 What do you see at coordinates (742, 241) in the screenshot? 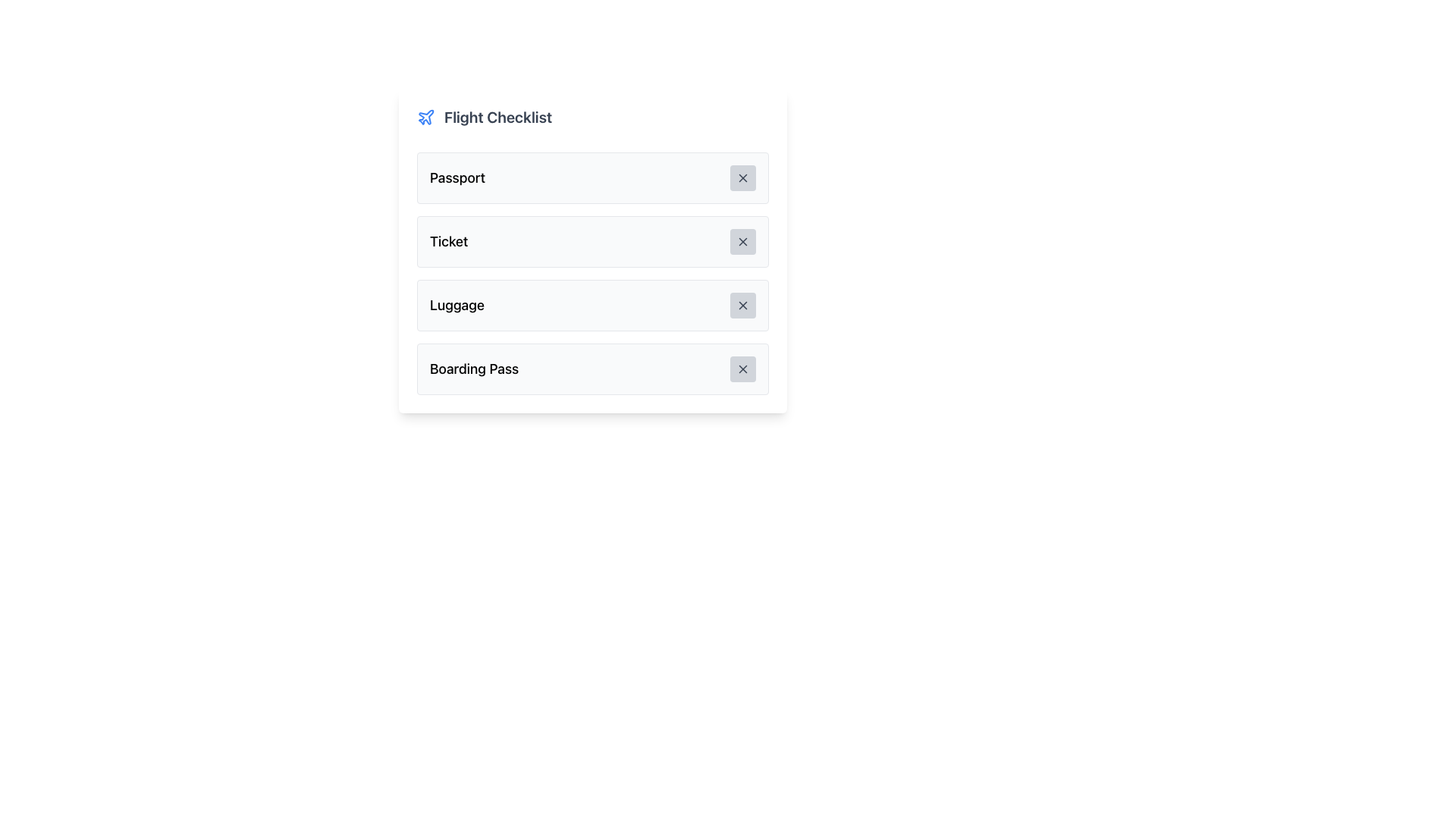
I see `the delete icon located at the far-right of the 'Ticket' row in the 'Flight Checklist' vertical list` at bounding box center [742, 241].